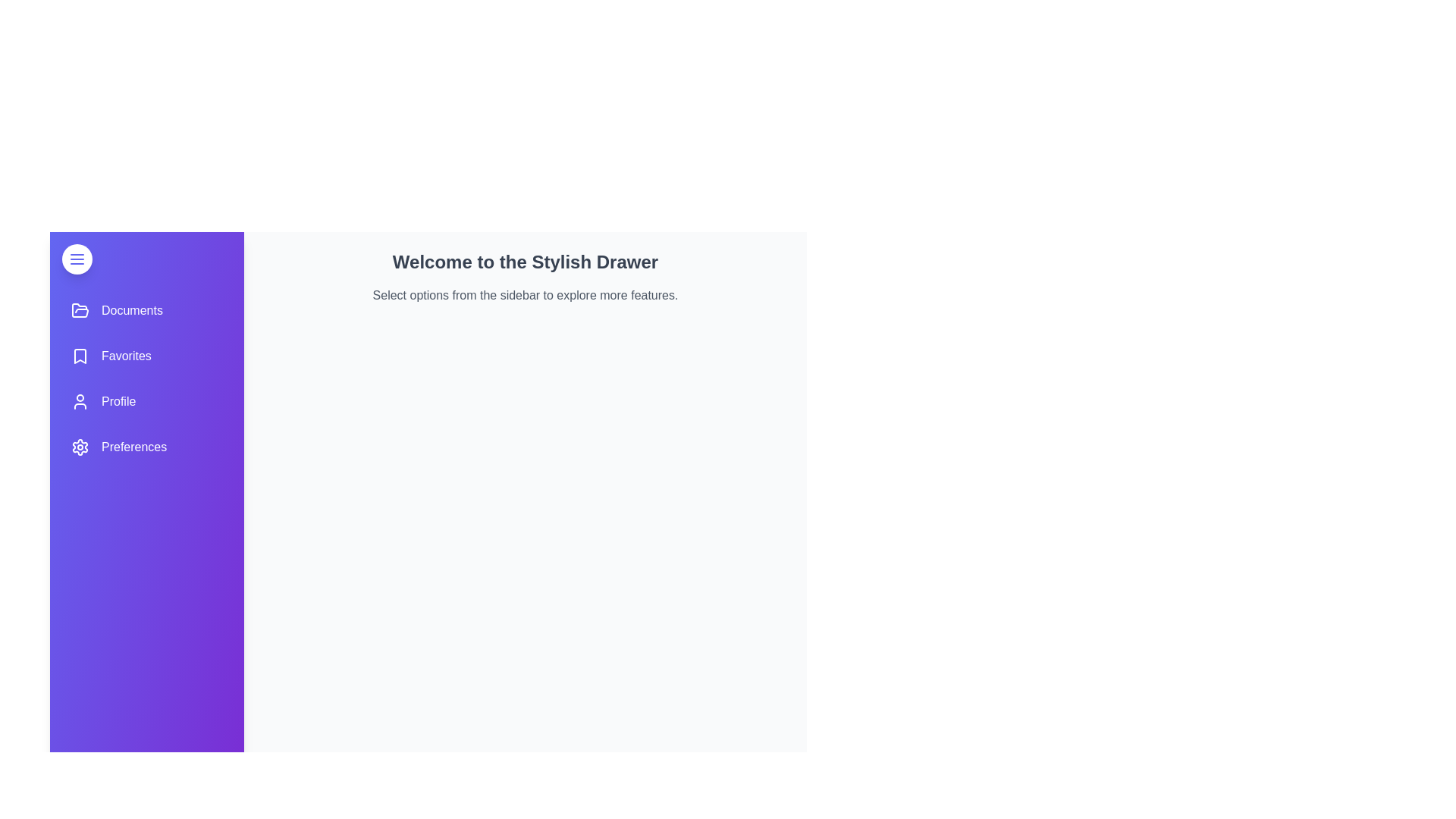 This screenshot has height=819, width=1456. What do you see at coordinates (146, 400) in the screenshot?
I see `the menu item Profile to observe its hover effect` at bounding box center [146, 400].